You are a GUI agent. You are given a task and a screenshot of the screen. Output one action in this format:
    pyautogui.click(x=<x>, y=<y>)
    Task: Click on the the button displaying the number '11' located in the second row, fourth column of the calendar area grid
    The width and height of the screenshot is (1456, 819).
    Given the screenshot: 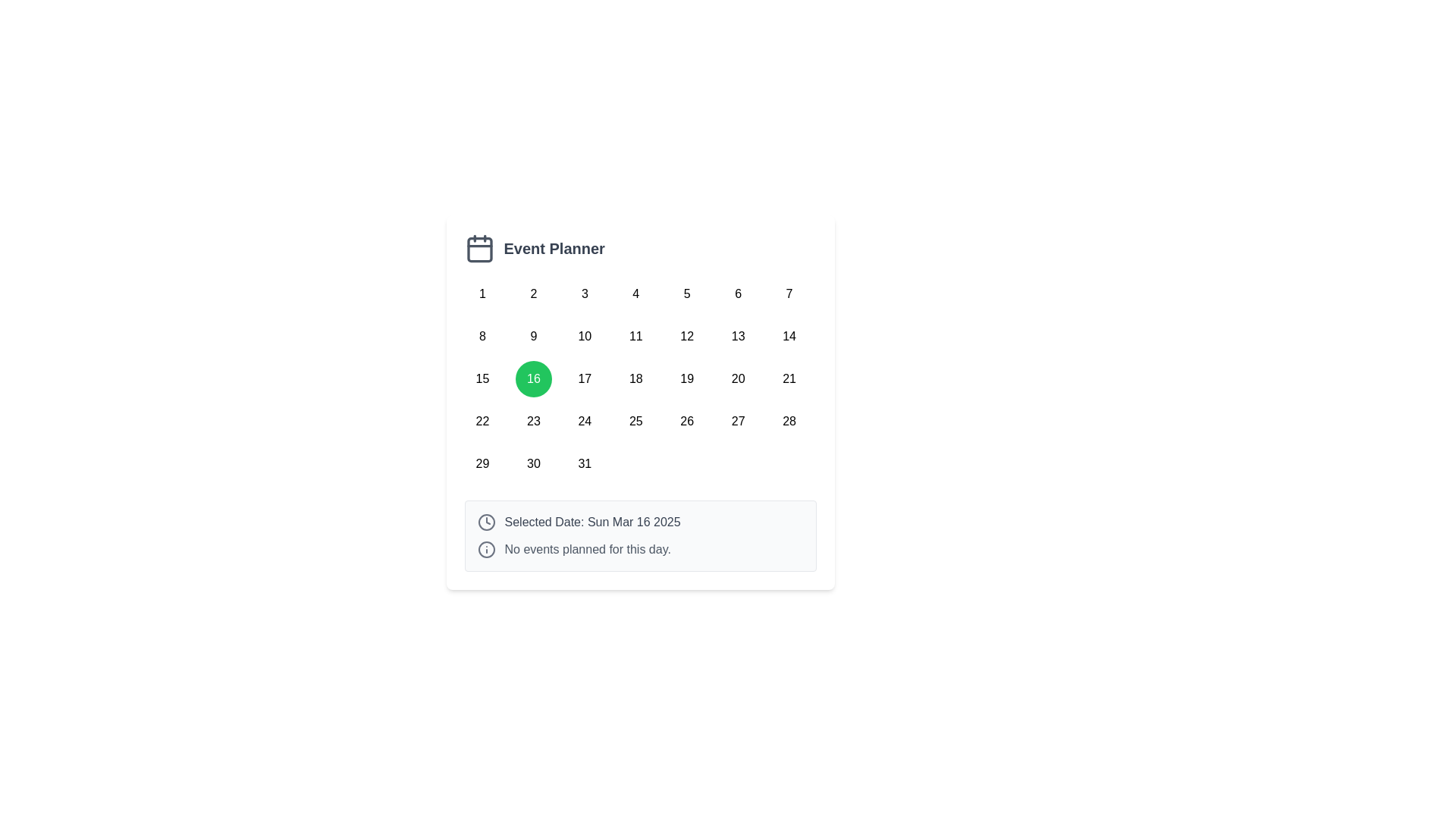 What is the action you would take?
    pyautogui.click(x=635, y=335)
    